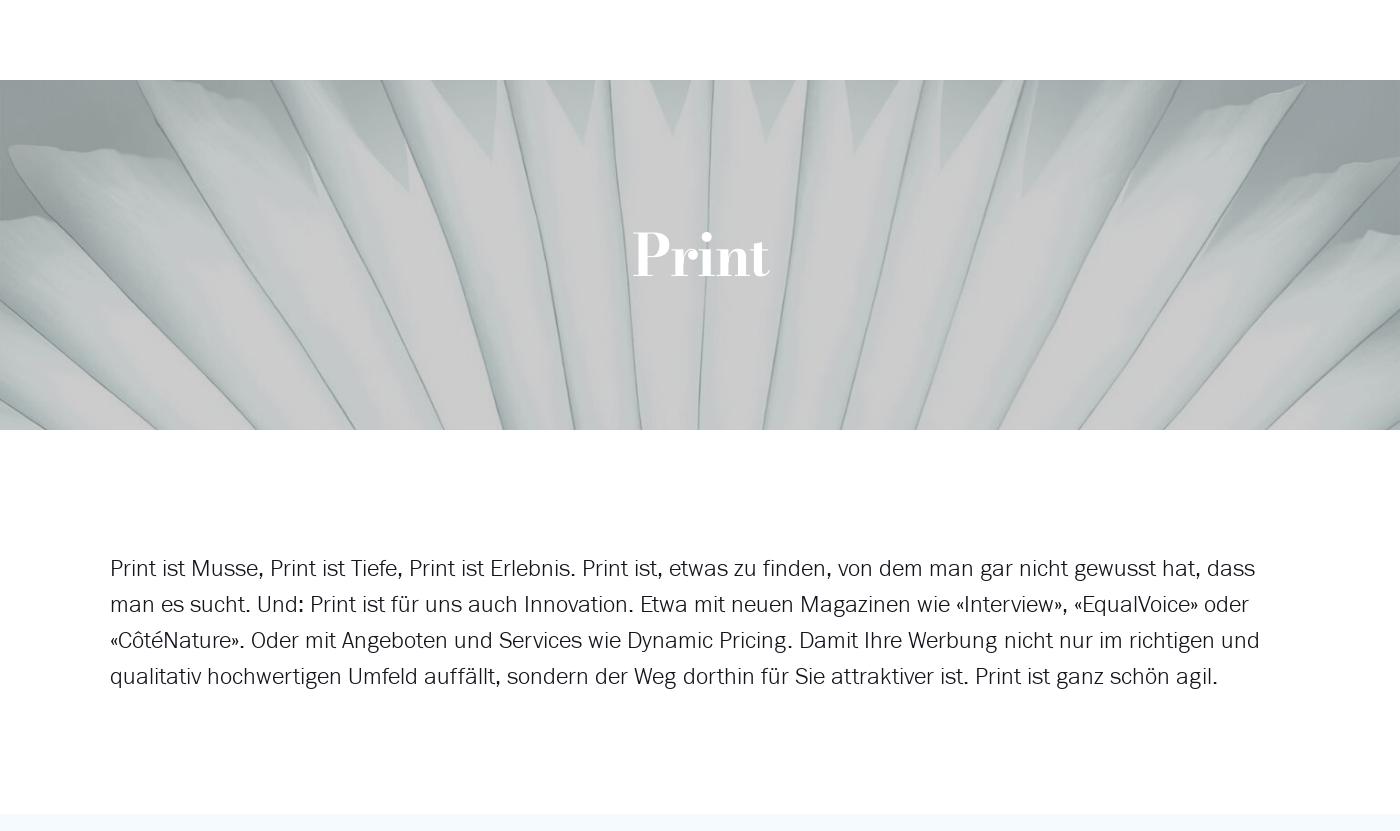  Describe the element at coordinates (667, 214) in the screenshot. I see `'Kundenmagazine'` at that location.